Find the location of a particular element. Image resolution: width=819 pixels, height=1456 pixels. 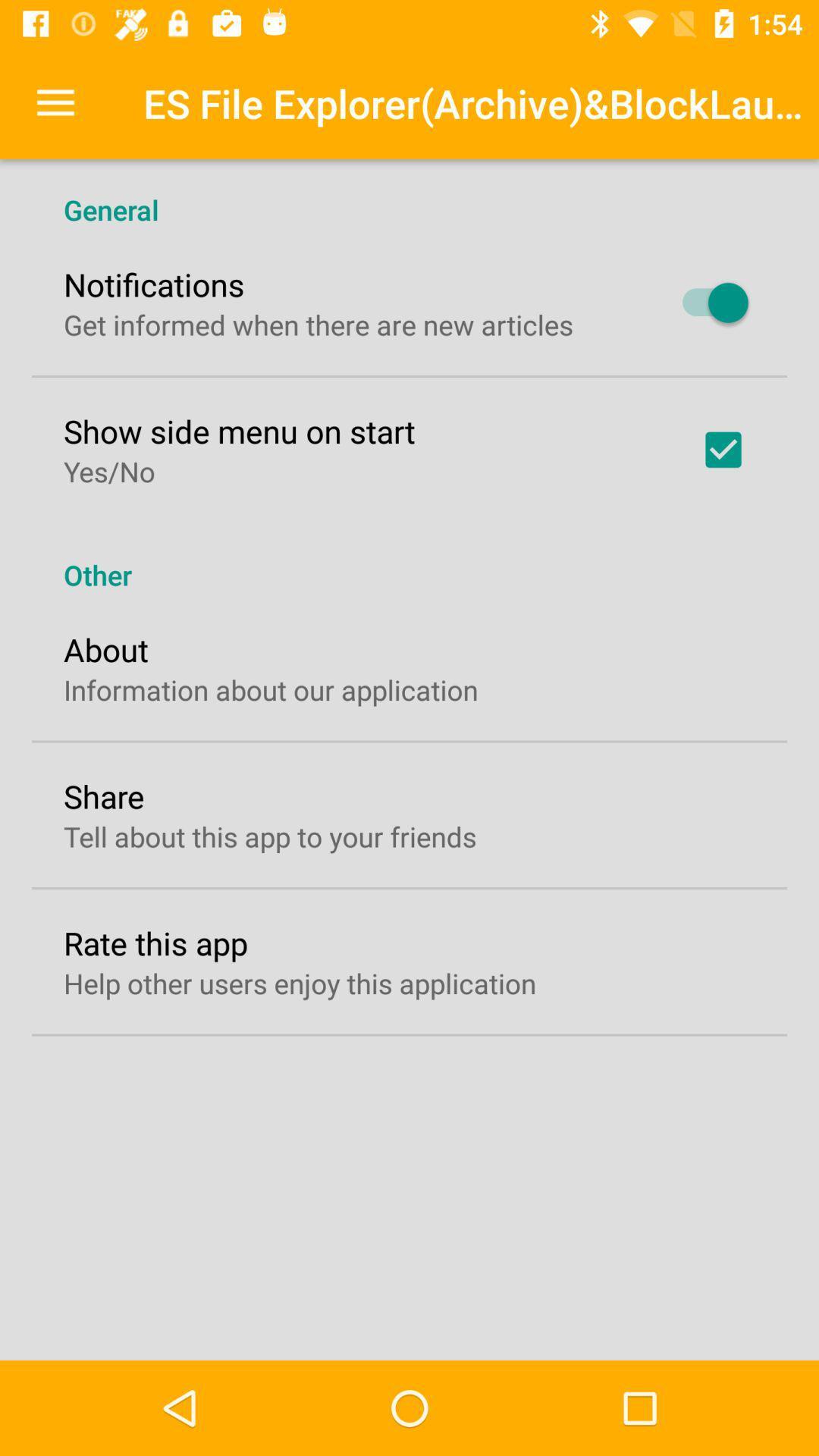

the icon below the about item is located at coordinates (270, 689).